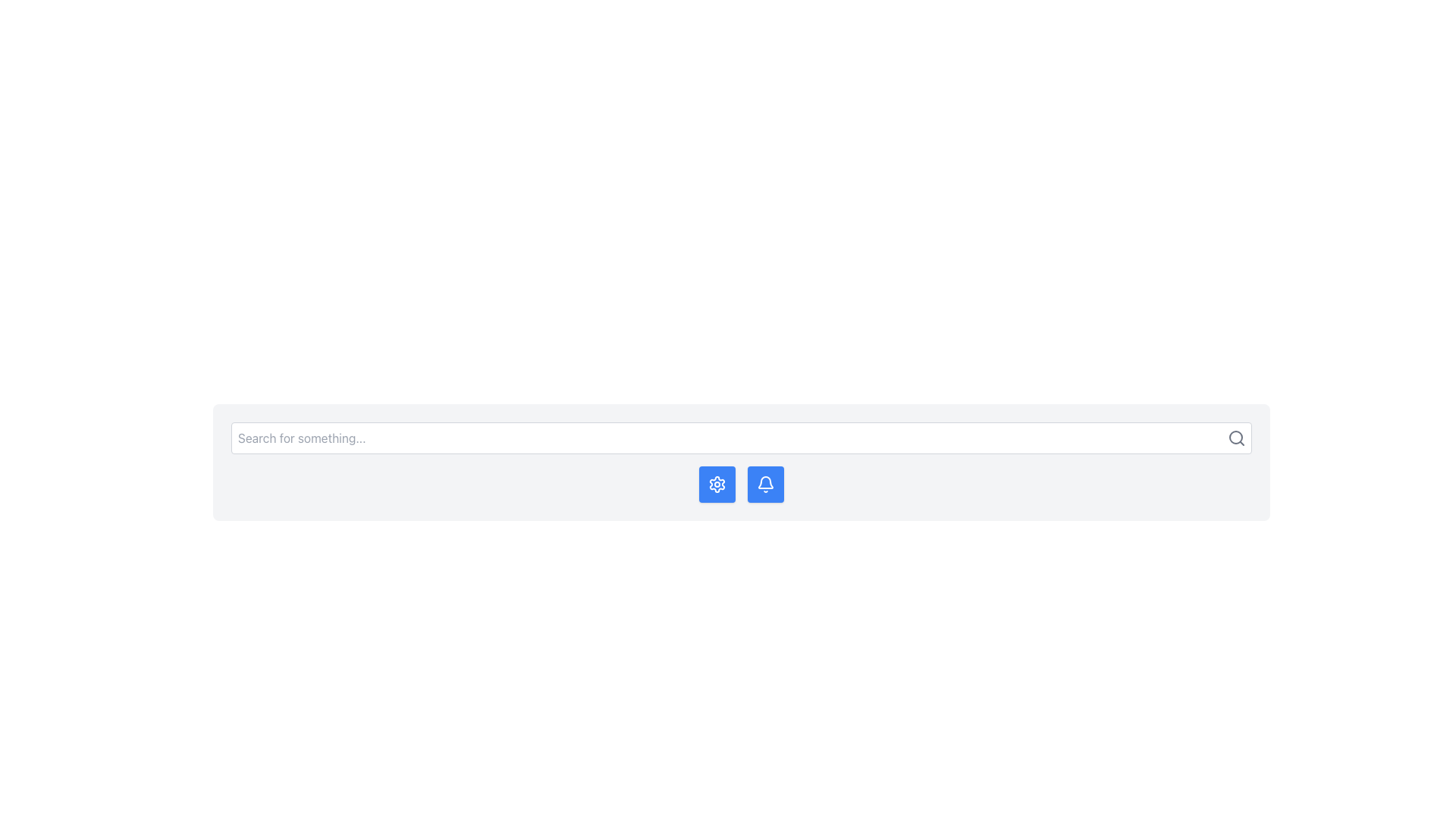  What do you see at coordinates (765, 485) in the screenshot?
I see `the notification button, which is the second button from the right in its group` at bounding box center [765, 485].